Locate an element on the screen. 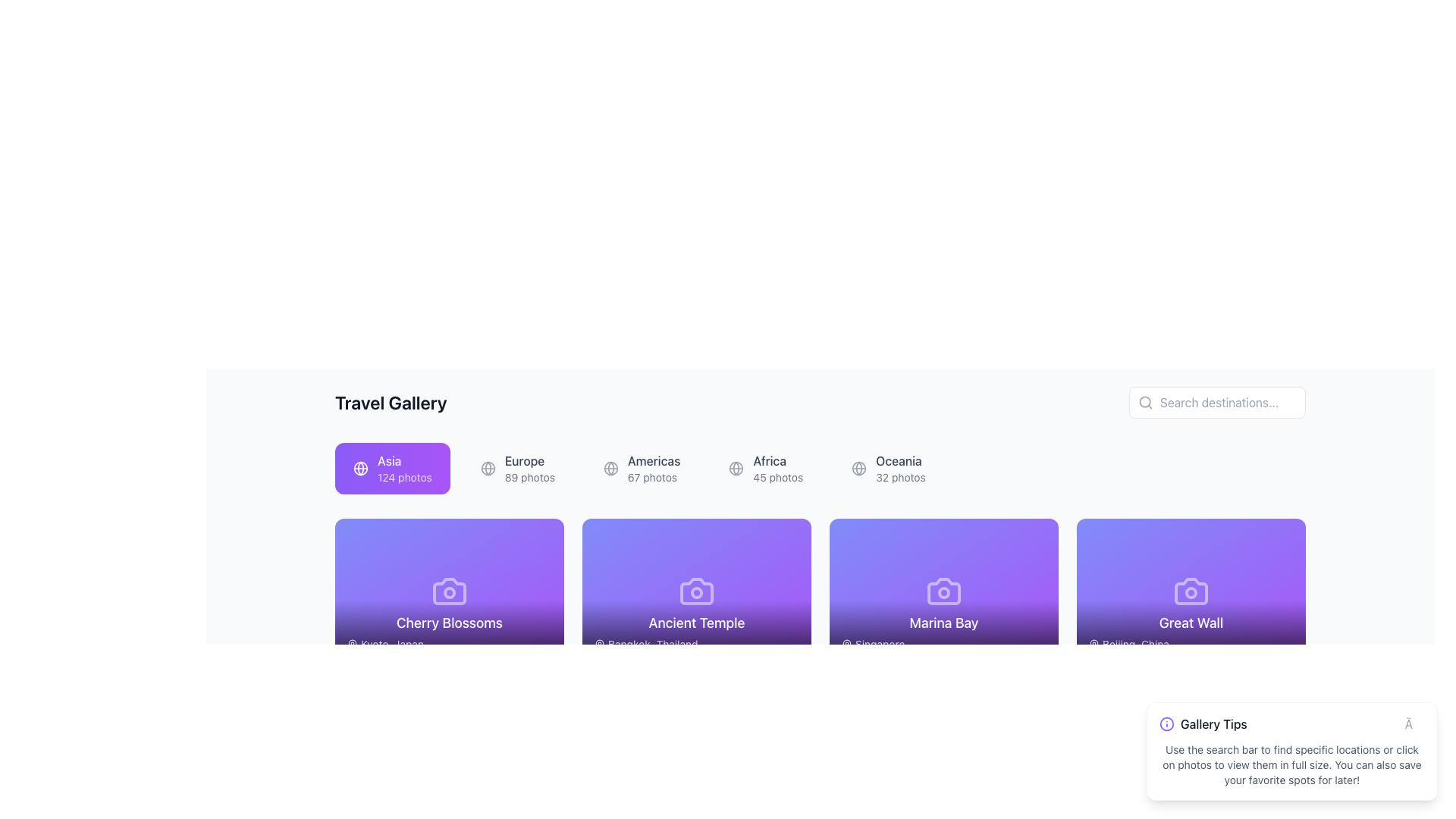 The height and width of the screenshot is (819, 1456). the decorative circle representing the planet Earth located within the globe icon next to the 'Oceania' label in the header section is located at coordinates (859, 467).